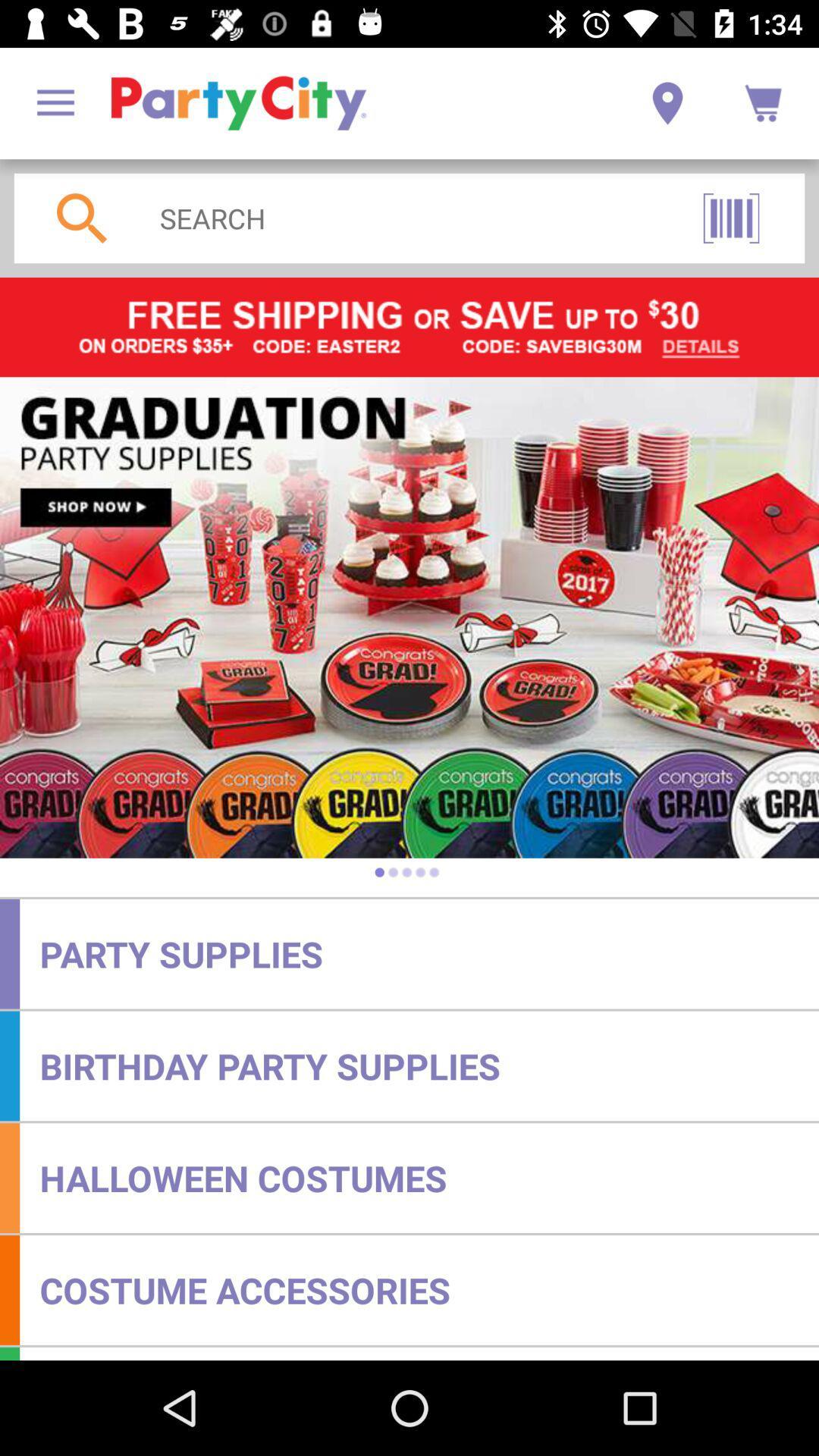 Image resolution: width=819 pixels, height=1456 pixels. Describe the element at coordinates (730, 218) in the screenshot. I see `the pause icon` at that location.